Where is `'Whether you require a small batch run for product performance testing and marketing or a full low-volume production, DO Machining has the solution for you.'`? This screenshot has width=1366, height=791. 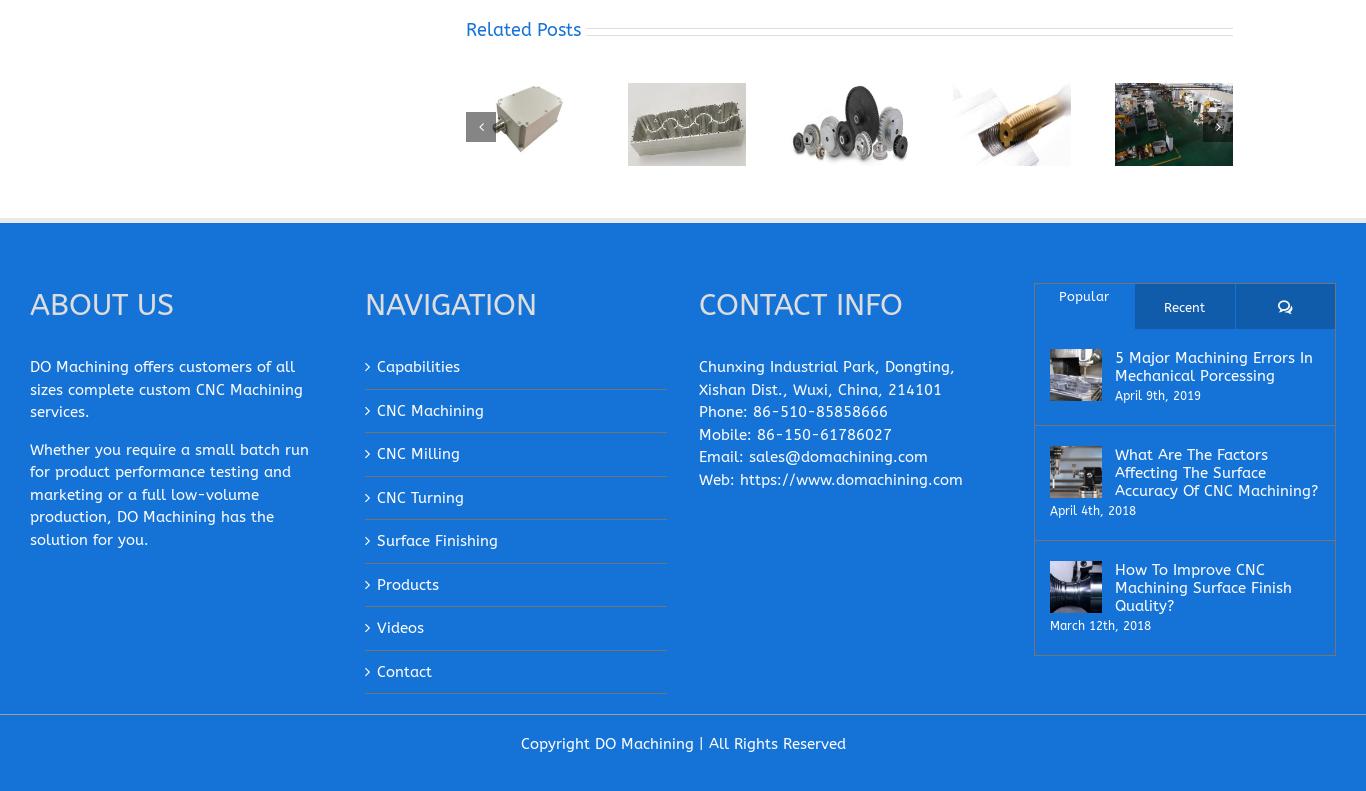 'Whether you require a small batch run for product performance testing and marketing or a full low-volume production, DO Machining has the solution for you.' is located at coordinates (168, 495).